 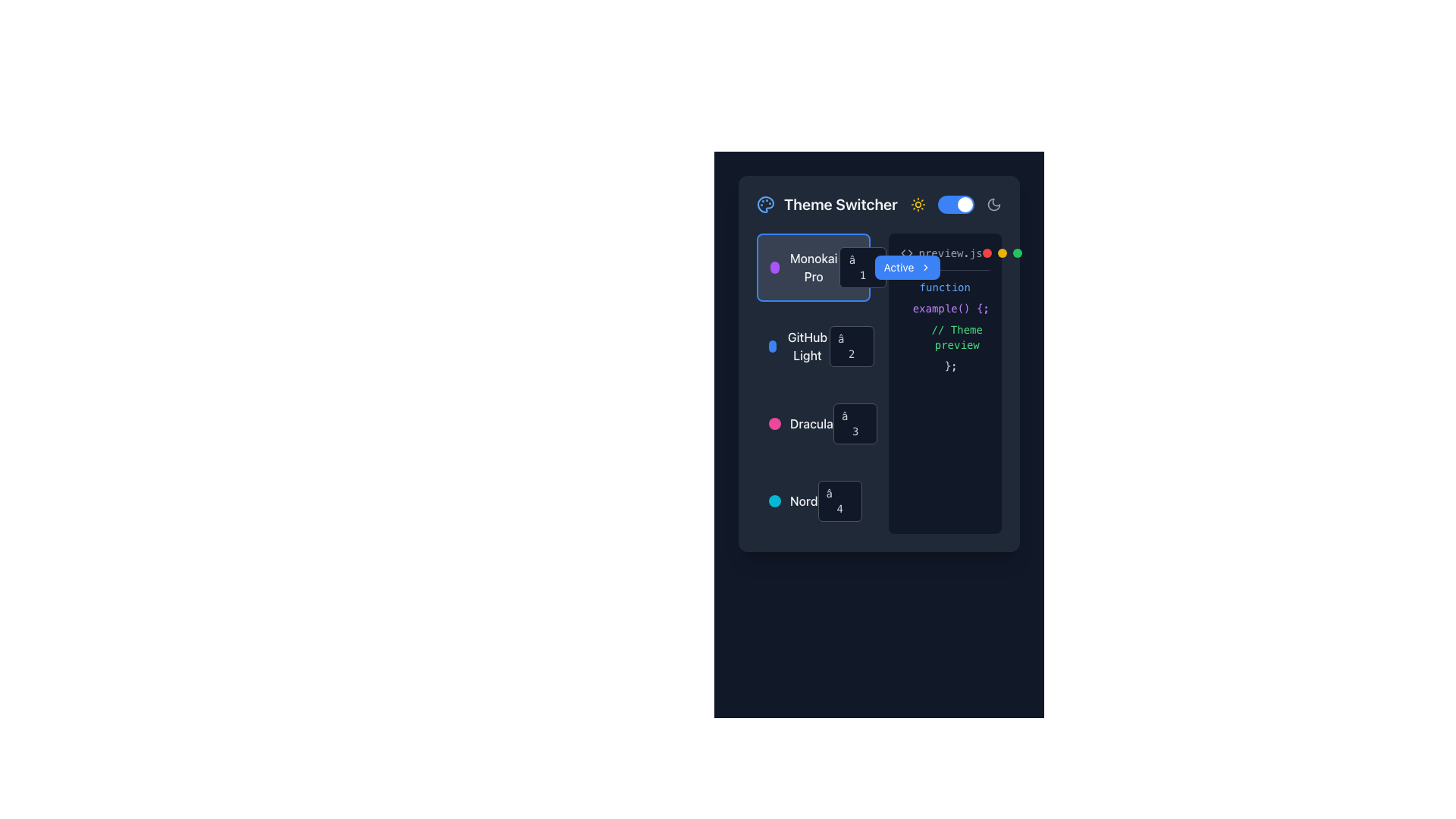 I want to click on the 'GitHub Light' button, which is a rectangular button with rounded corners and a lighter gray background, so click(x=812, y=346).